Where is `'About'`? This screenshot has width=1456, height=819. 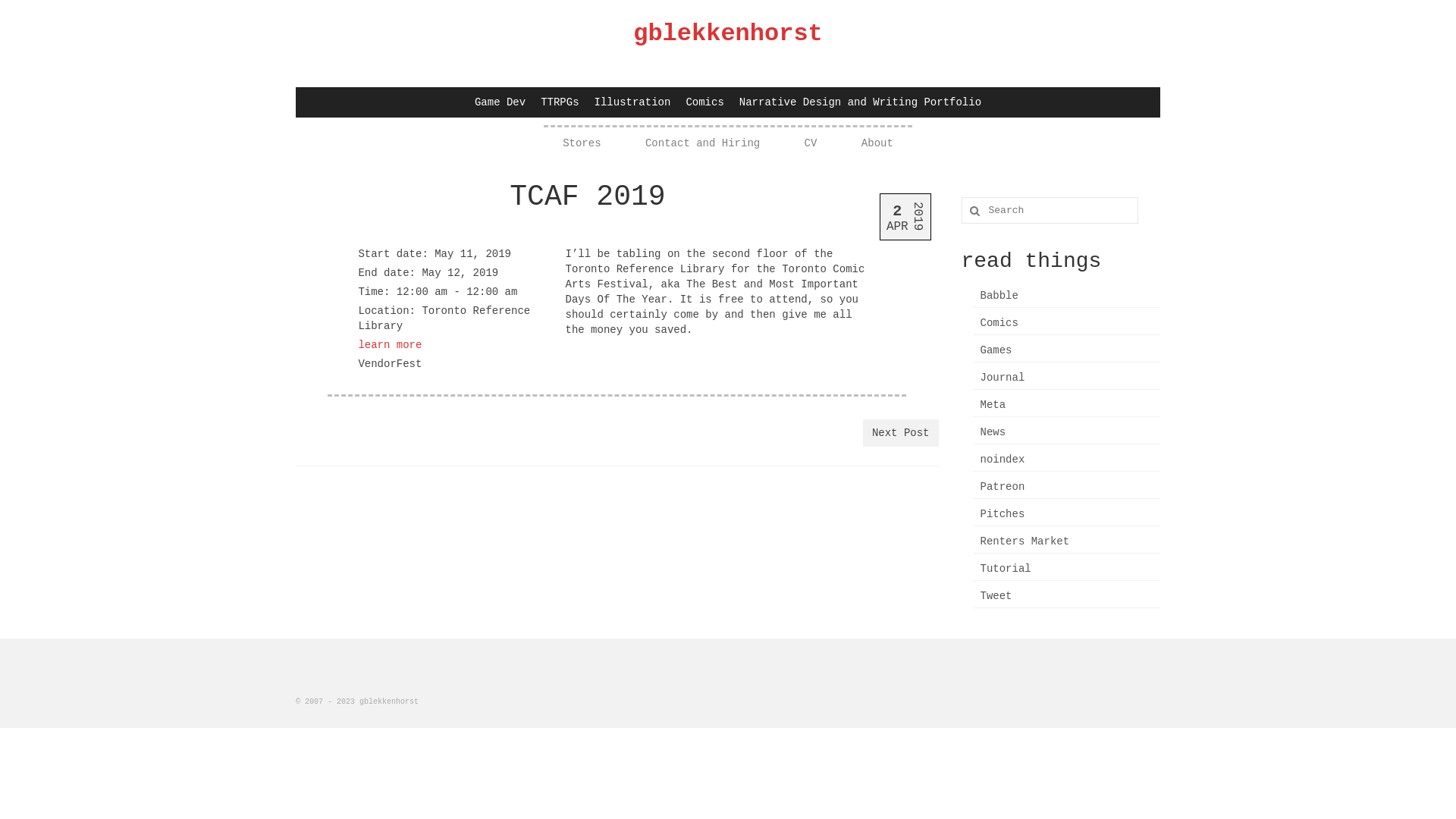 'About' is located at coordinates (861, 143).